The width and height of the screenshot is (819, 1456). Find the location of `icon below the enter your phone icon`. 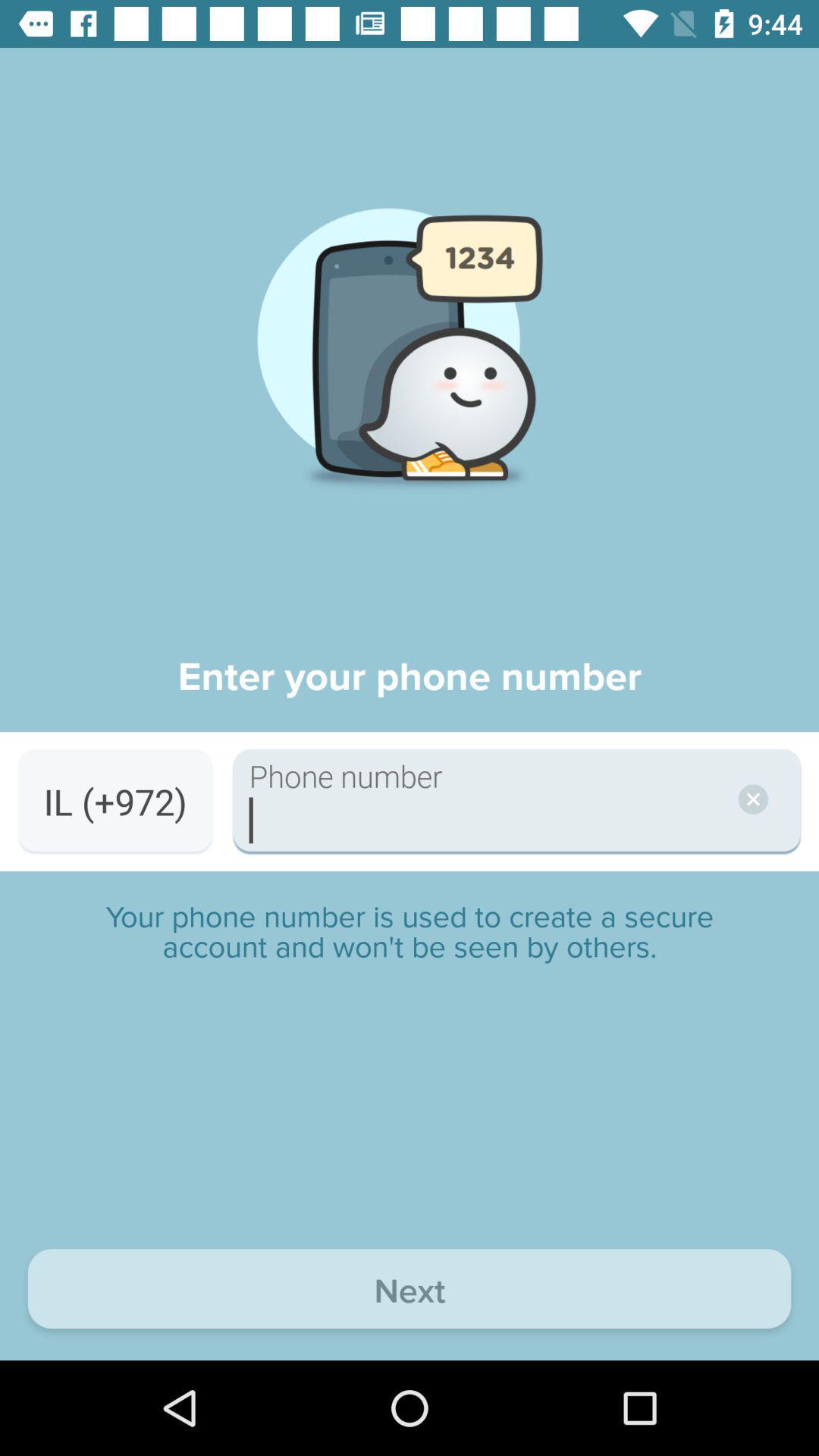

icon below the enter your phone icon is located at coordinates (115, 801).